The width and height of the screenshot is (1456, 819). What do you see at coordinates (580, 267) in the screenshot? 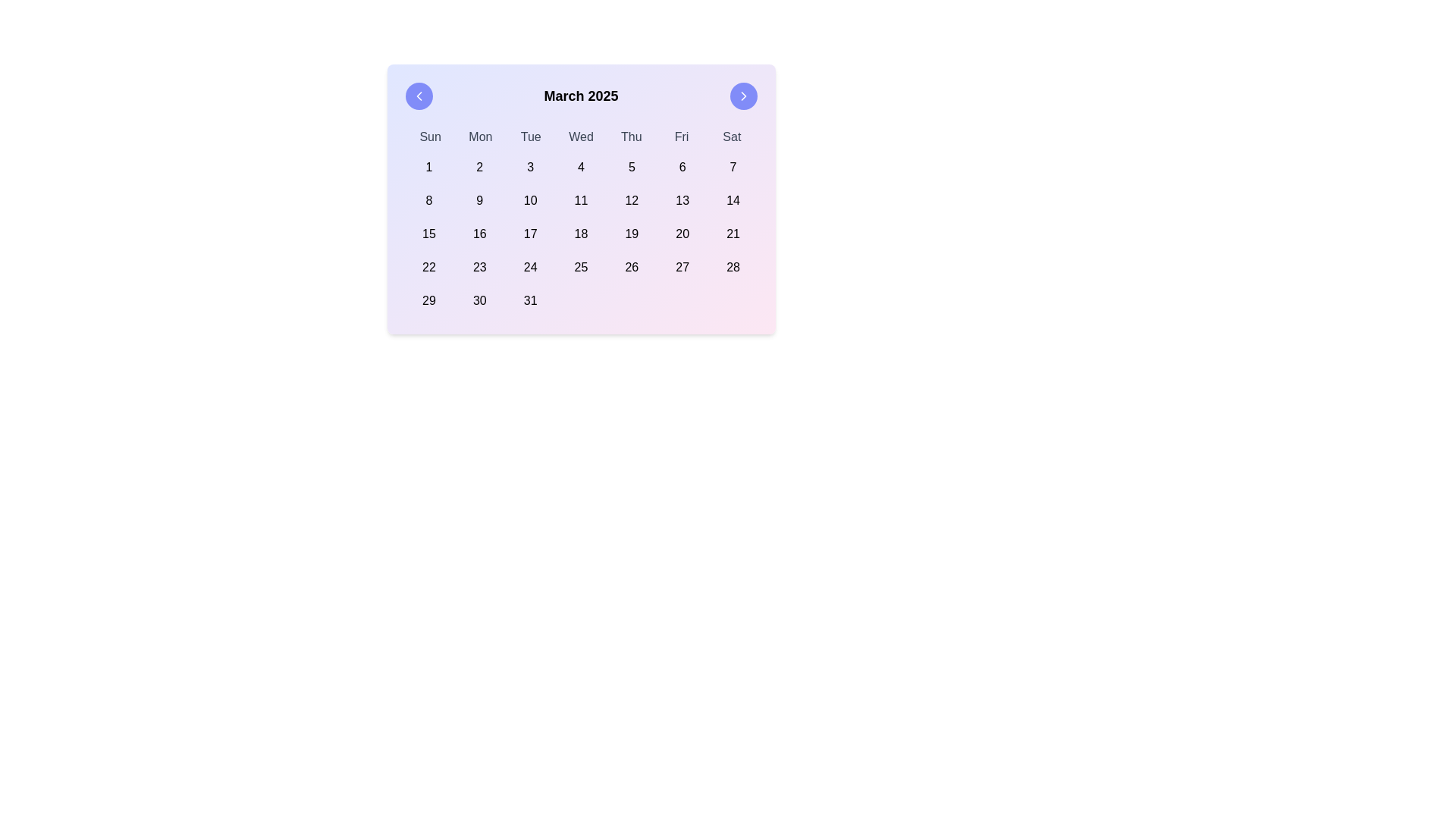
I see `the button displaying the number '25' in the calendar view` at bounding box center [580, 267].